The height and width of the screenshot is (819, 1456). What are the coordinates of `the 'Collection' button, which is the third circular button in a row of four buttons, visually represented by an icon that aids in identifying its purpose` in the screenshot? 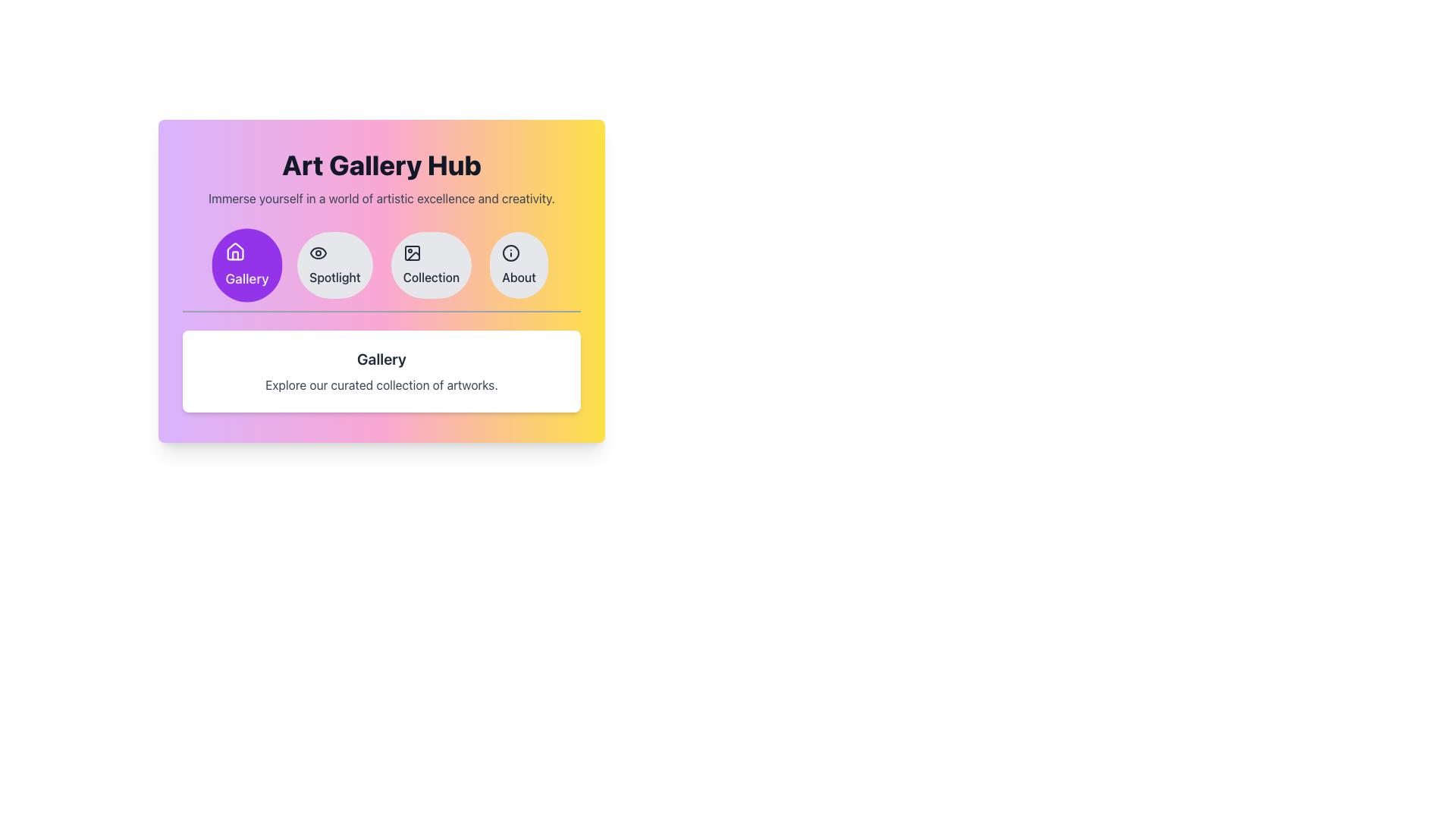 It's located at (412, 253).